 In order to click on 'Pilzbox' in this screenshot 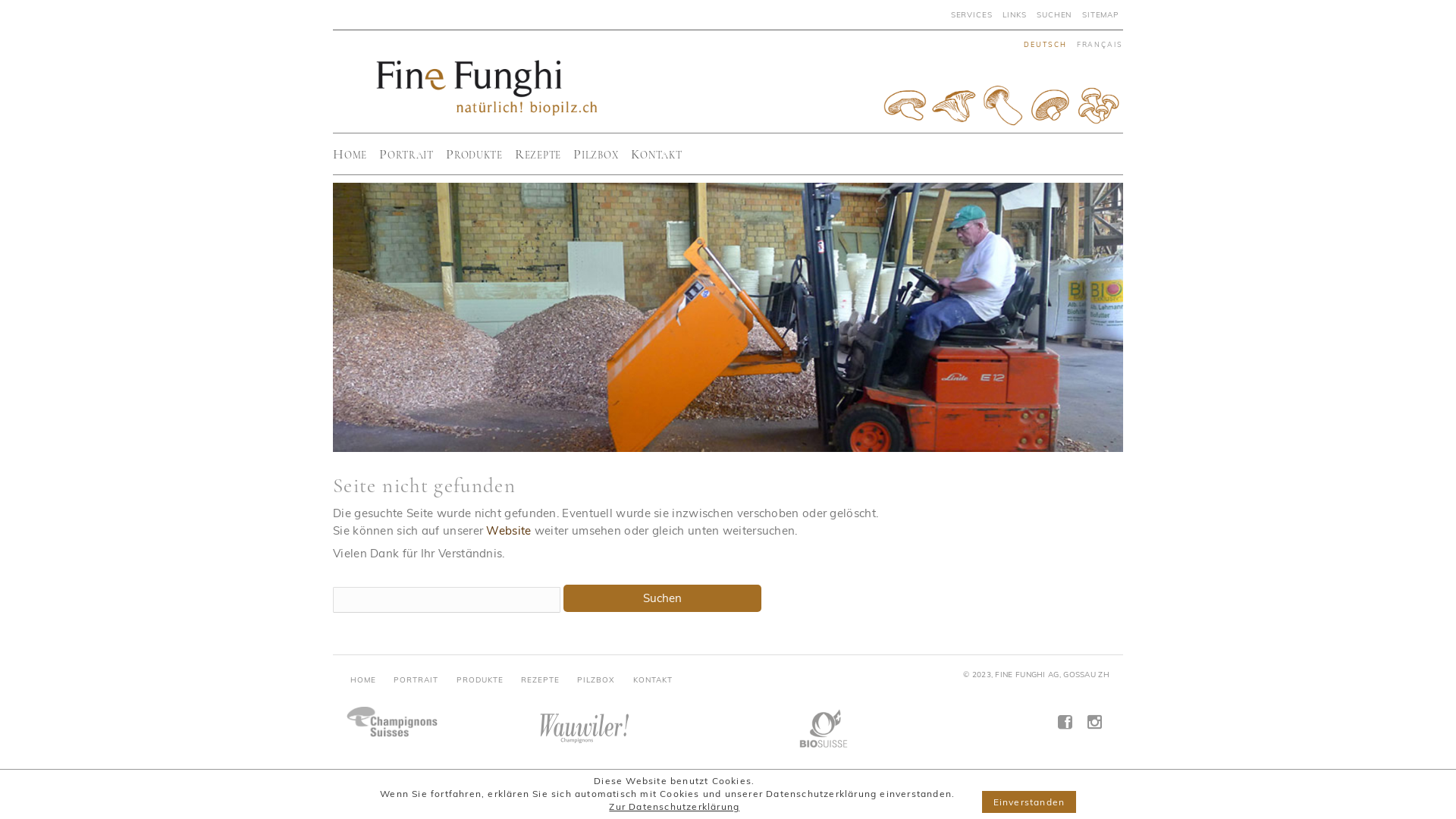, I will do `click(572, 154)`.